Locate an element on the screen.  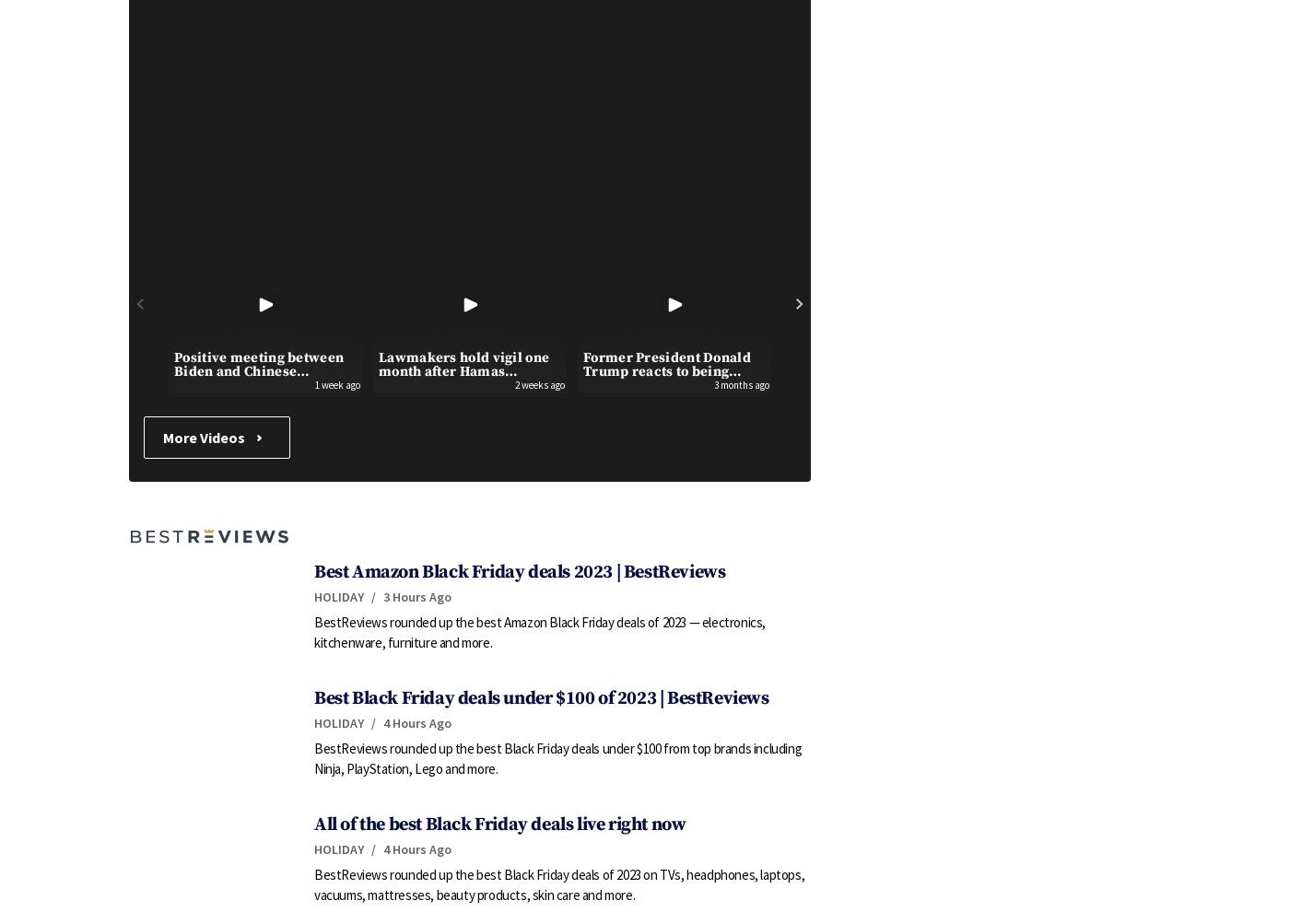
'More Videos' is located at coordinates (205, 437).